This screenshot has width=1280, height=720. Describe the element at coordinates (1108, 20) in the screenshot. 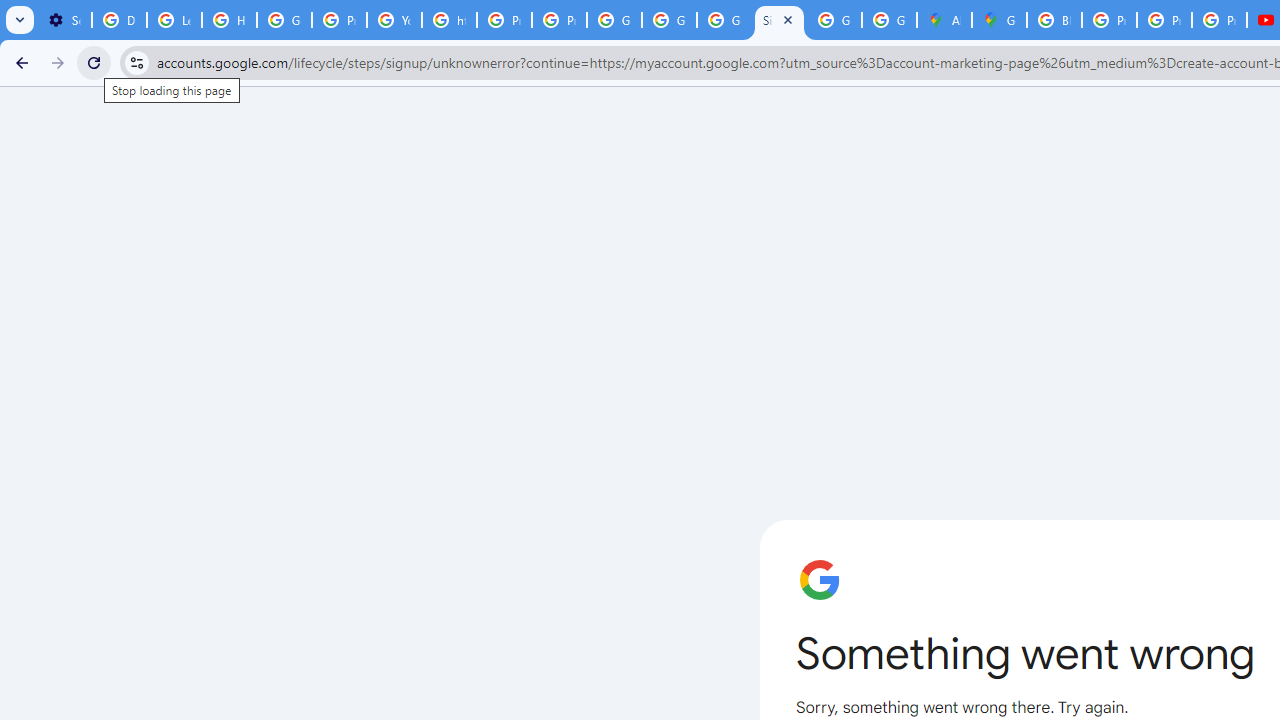

I see `'Privacy Help Center - Policies Help'` at that location.